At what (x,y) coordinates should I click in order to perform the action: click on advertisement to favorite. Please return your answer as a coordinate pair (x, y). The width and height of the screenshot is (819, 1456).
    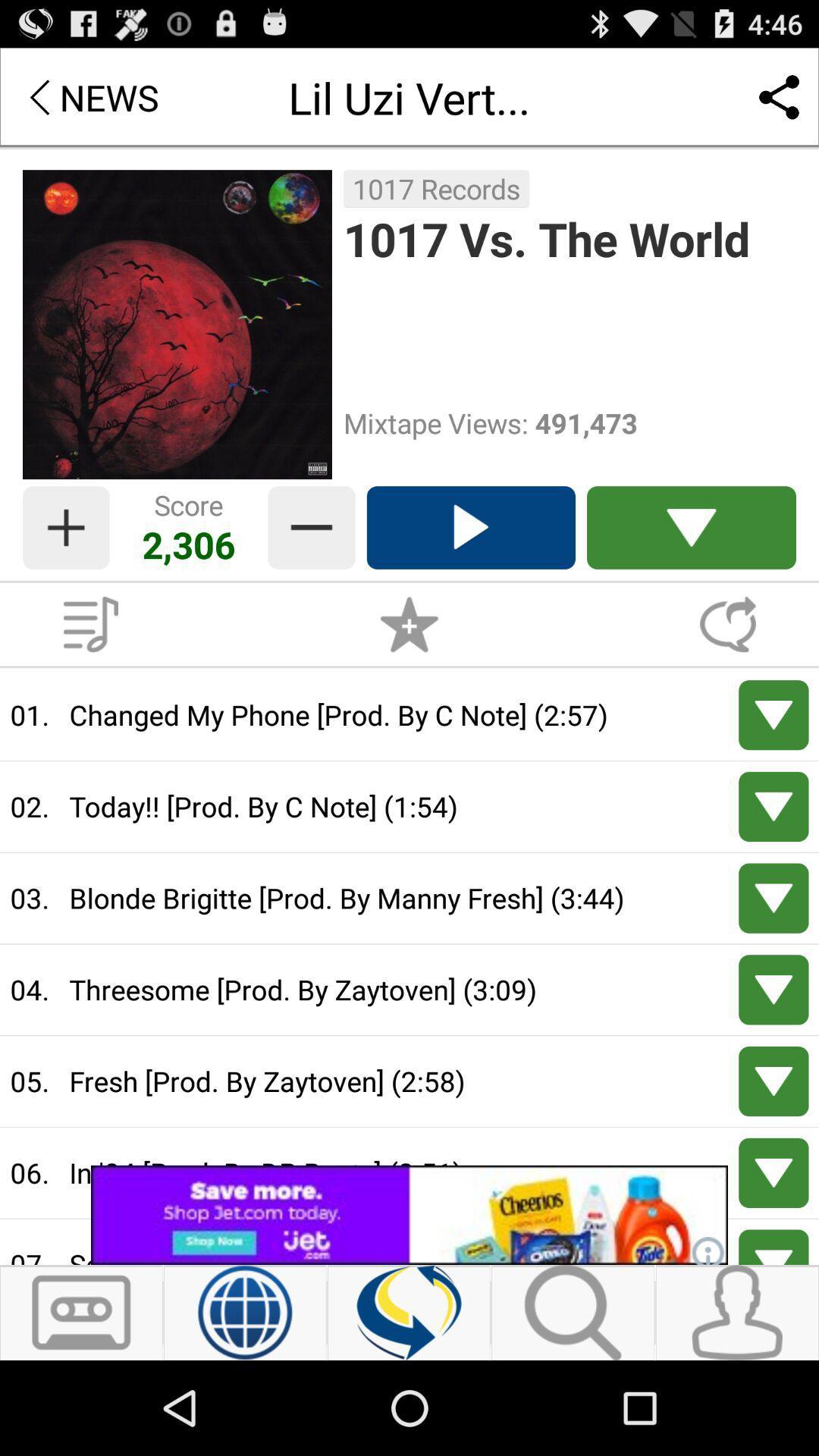
    Looking at the image, I should click on (409, 624).